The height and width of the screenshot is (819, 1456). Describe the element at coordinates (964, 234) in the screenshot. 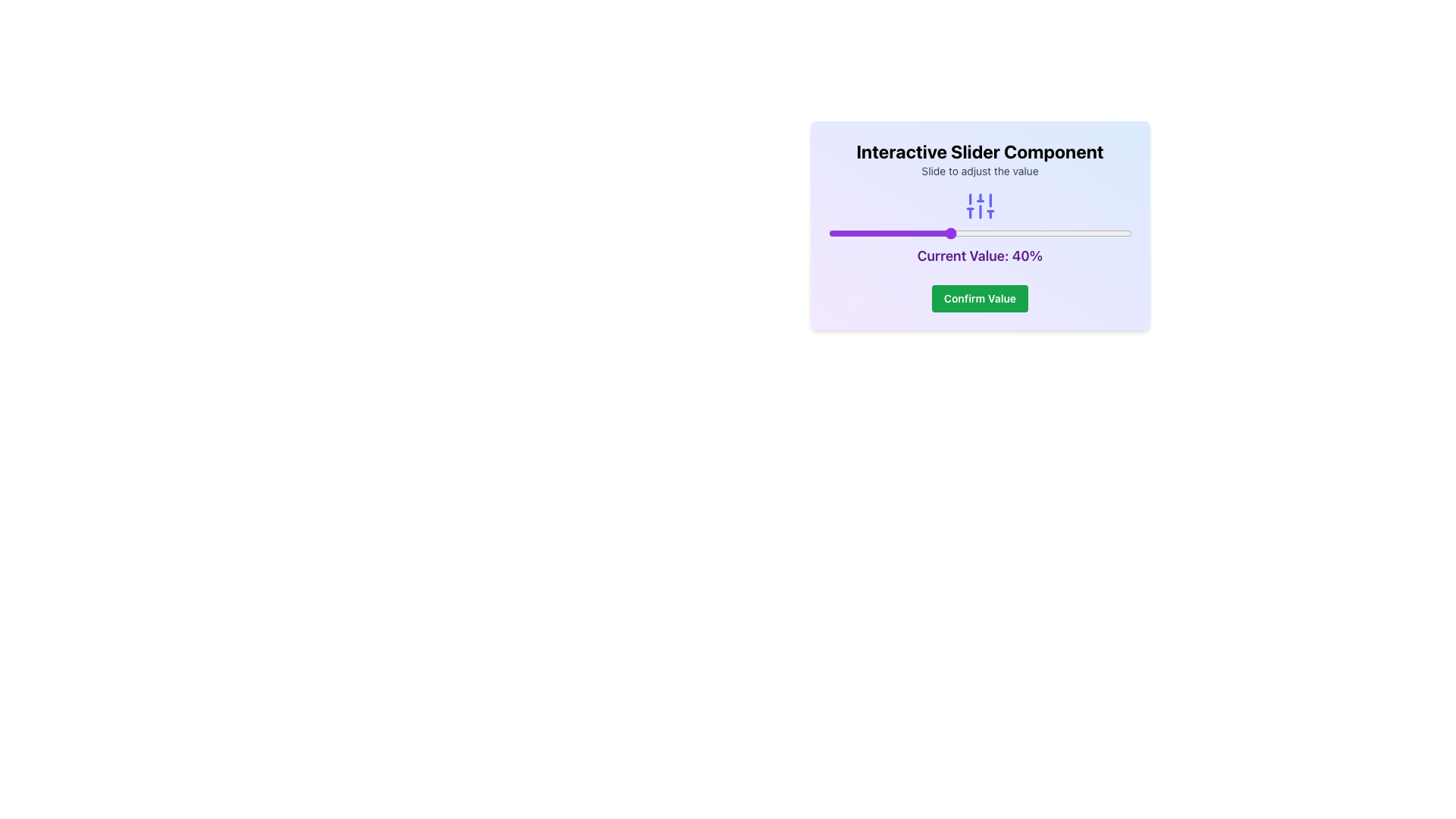

I see `the slider value` at that location.